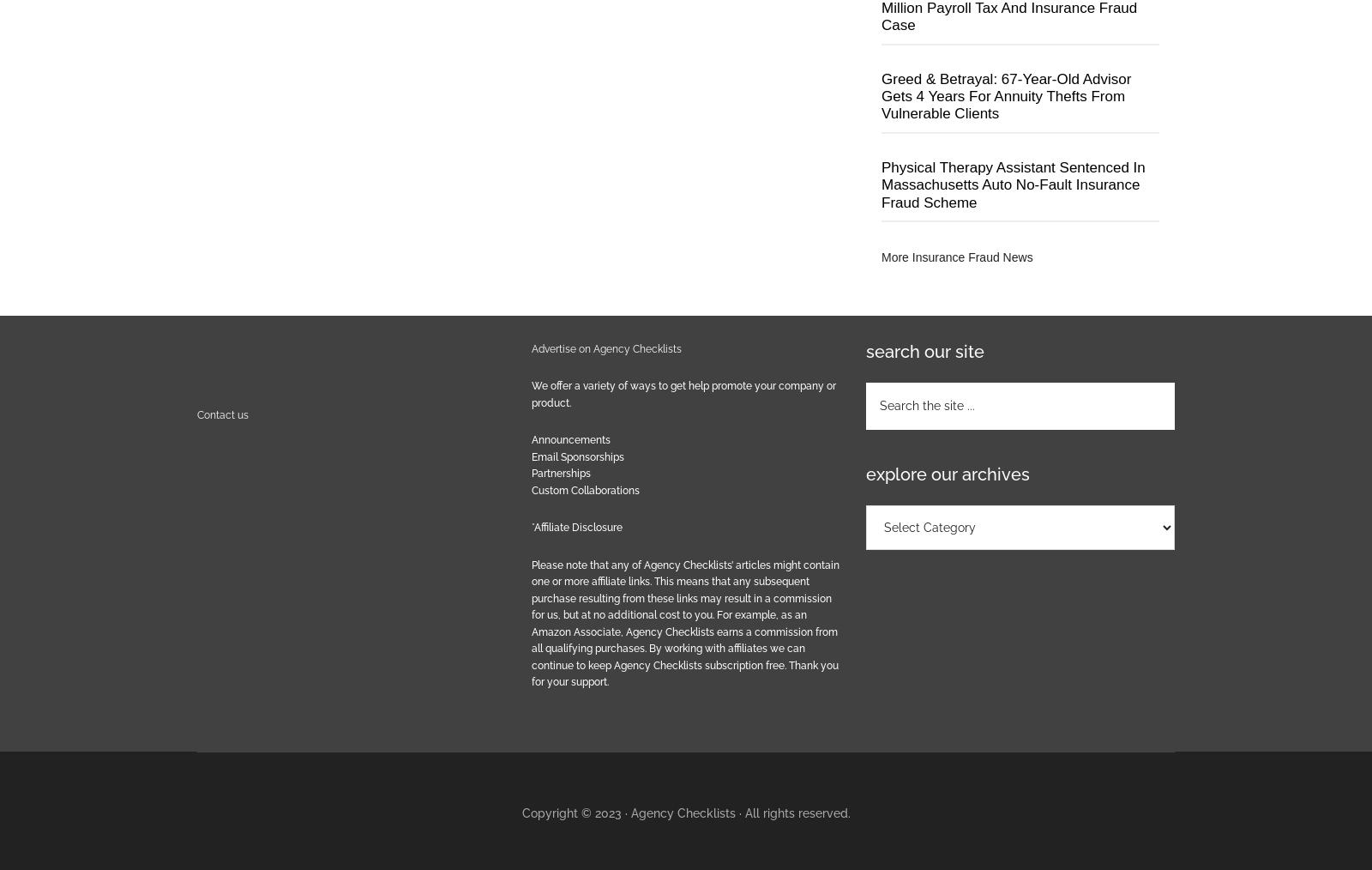 This screenshot has width=1372, height=870. What do you see at coordinates (683, 394) in the screenshot?
I see `'We offer a variety of ways to get help promote your company or product.'` at bounding box center [683, 394].